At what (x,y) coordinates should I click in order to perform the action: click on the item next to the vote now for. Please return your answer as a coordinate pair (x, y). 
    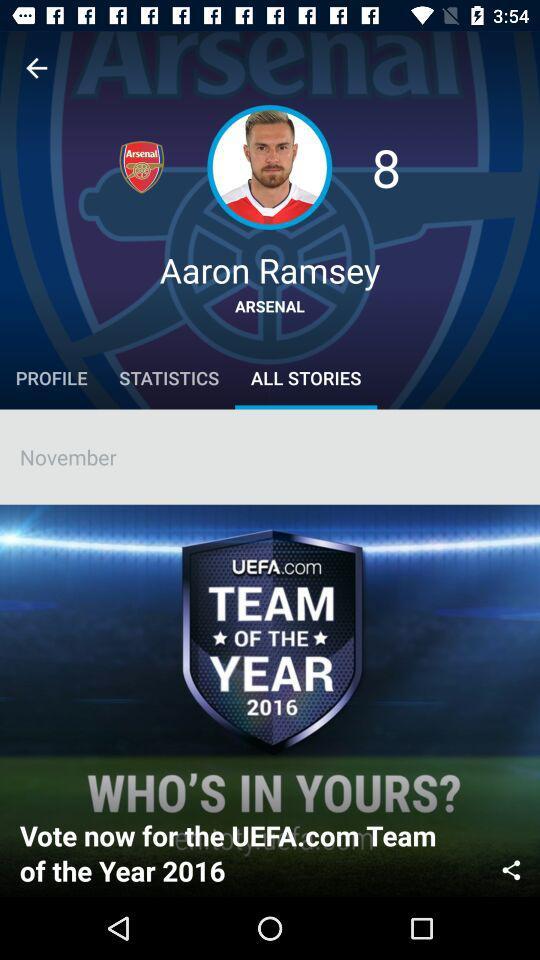
    Looking at the image, I should click on (511, 867).